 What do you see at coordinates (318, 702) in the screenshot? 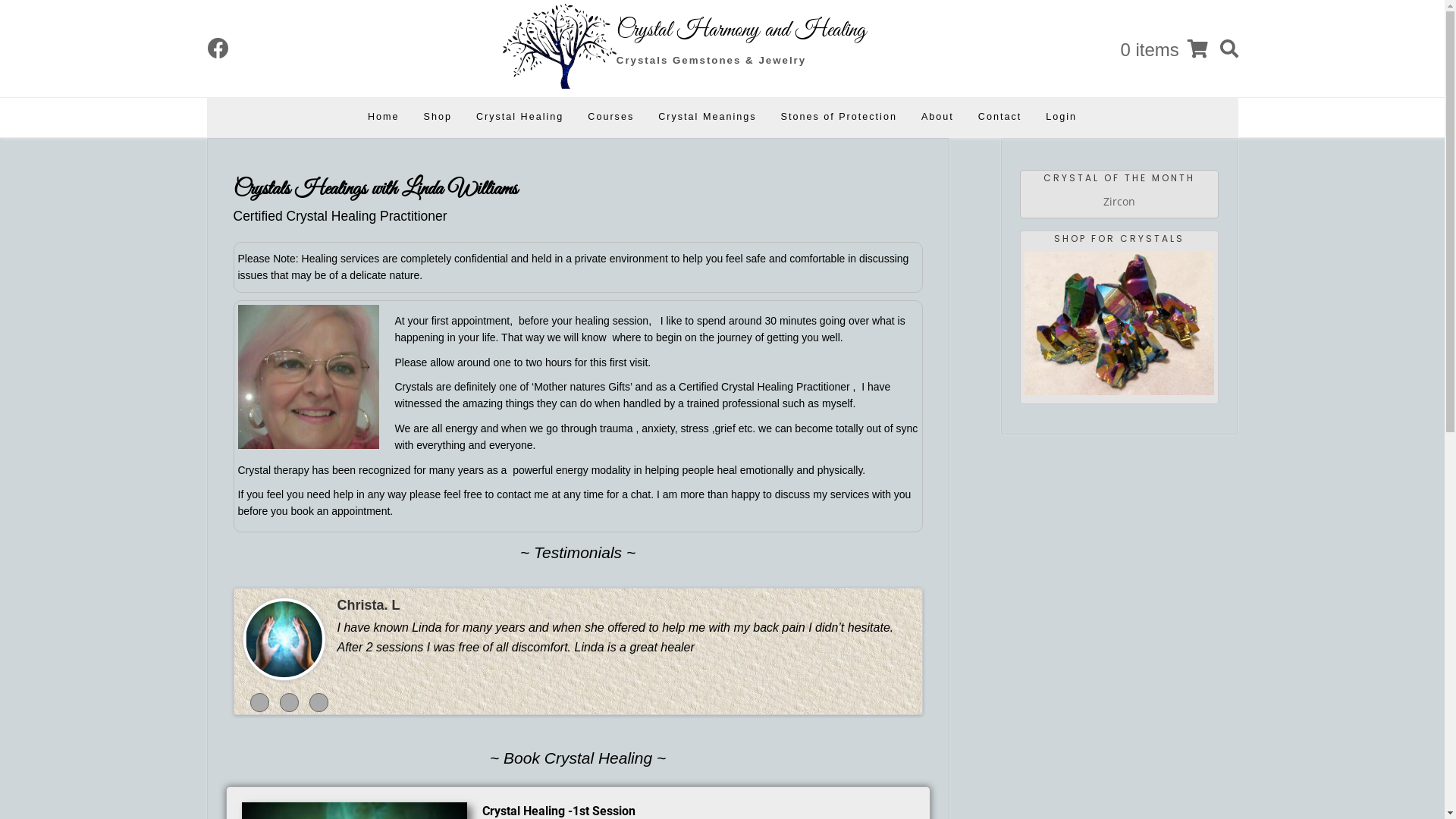
I see `'3'` at bounding box center [318, 702].